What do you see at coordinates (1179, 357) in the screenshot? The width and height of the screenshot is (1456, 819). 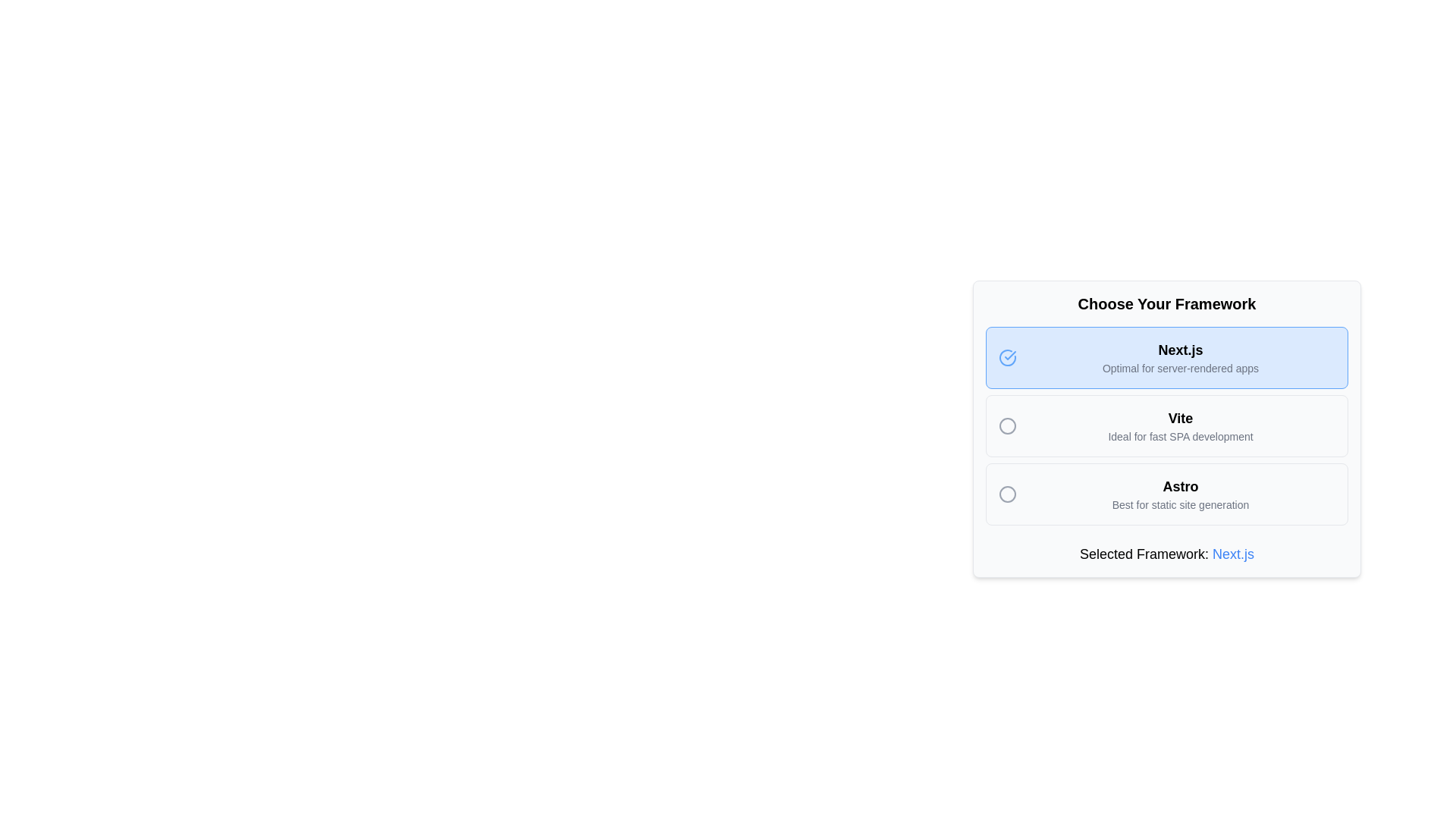 I see `the selectable option for the 'Next.js' framework located within the first option box of the 'Choose Your Framework' selection list` at bounding box center [1179, 357].